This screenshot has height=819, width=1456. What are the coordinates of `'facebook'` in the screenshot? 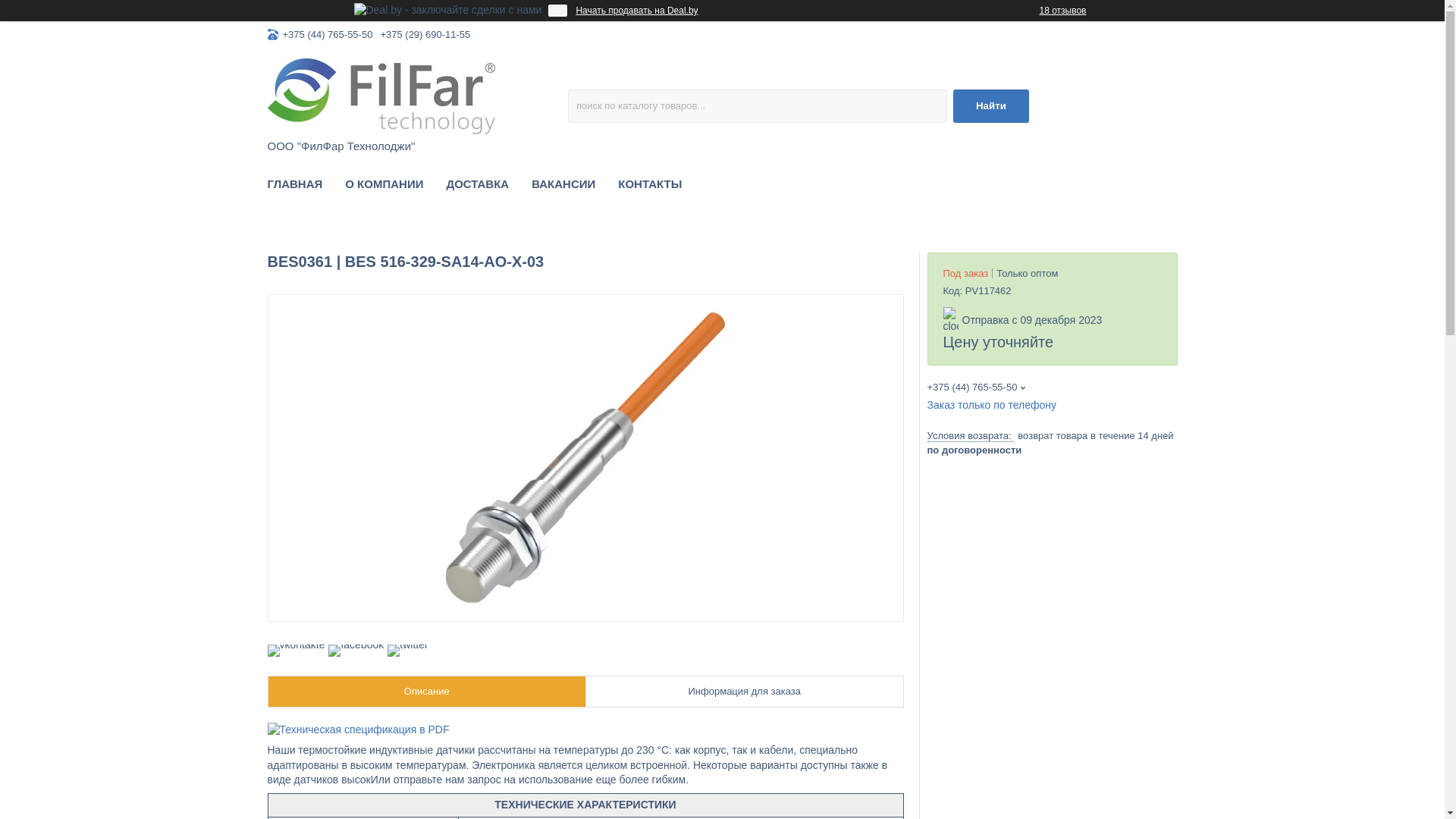 It's located at (355, 644).